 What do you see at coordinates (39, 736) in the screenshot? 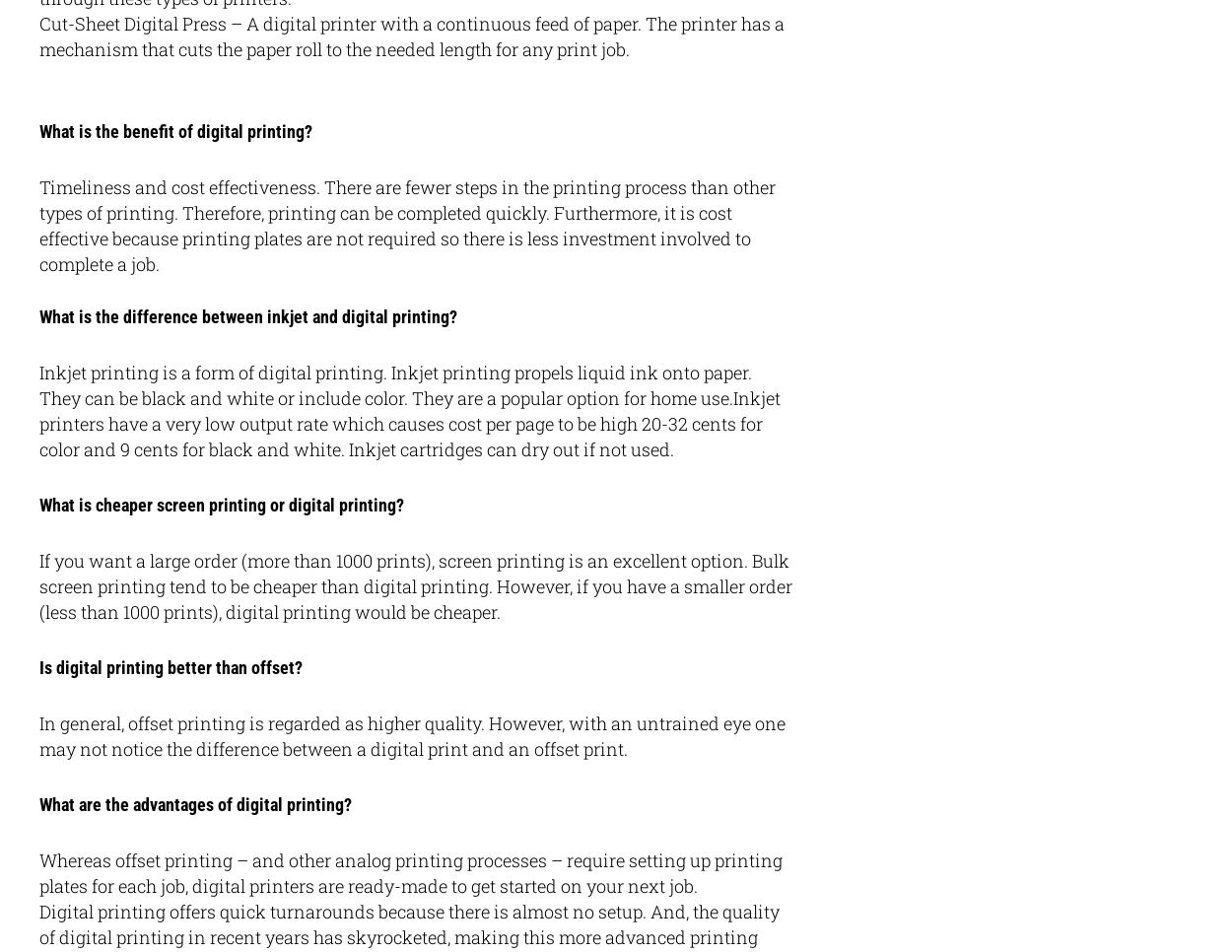
I see `'In general, offset printing is regarded as higher quality. However, with an untrained eye one may not notice the difference between a digital print and an offset print.'` at bounding box center [39, 736].